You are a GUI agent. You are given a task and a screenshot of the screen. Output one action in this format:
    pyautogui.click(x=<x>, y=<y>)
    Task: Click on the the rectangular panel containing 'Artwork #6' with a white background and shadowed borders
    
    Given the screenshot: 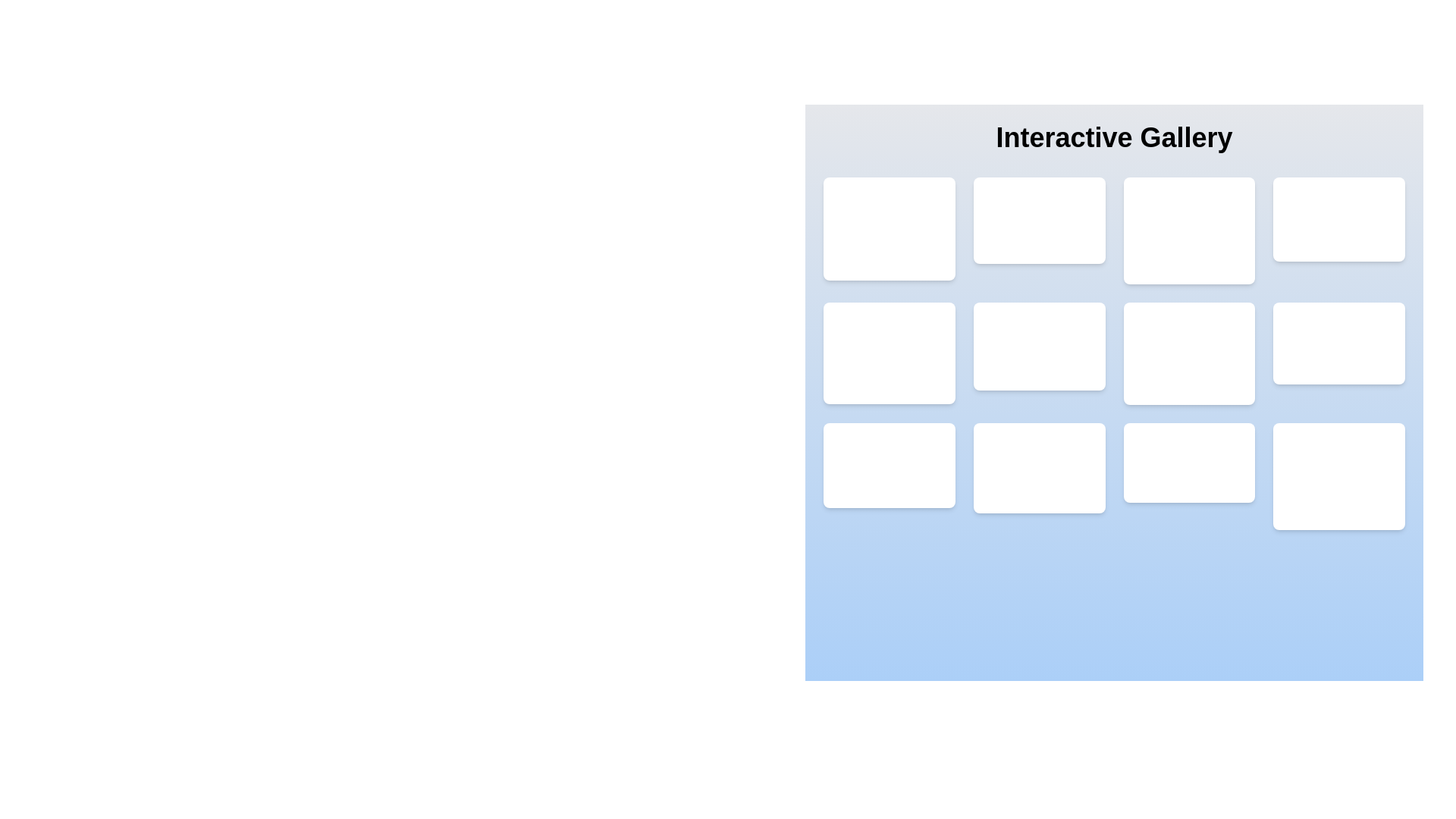 What is the action you would take?
    pyautogui.click(x=1038, y=347)
    